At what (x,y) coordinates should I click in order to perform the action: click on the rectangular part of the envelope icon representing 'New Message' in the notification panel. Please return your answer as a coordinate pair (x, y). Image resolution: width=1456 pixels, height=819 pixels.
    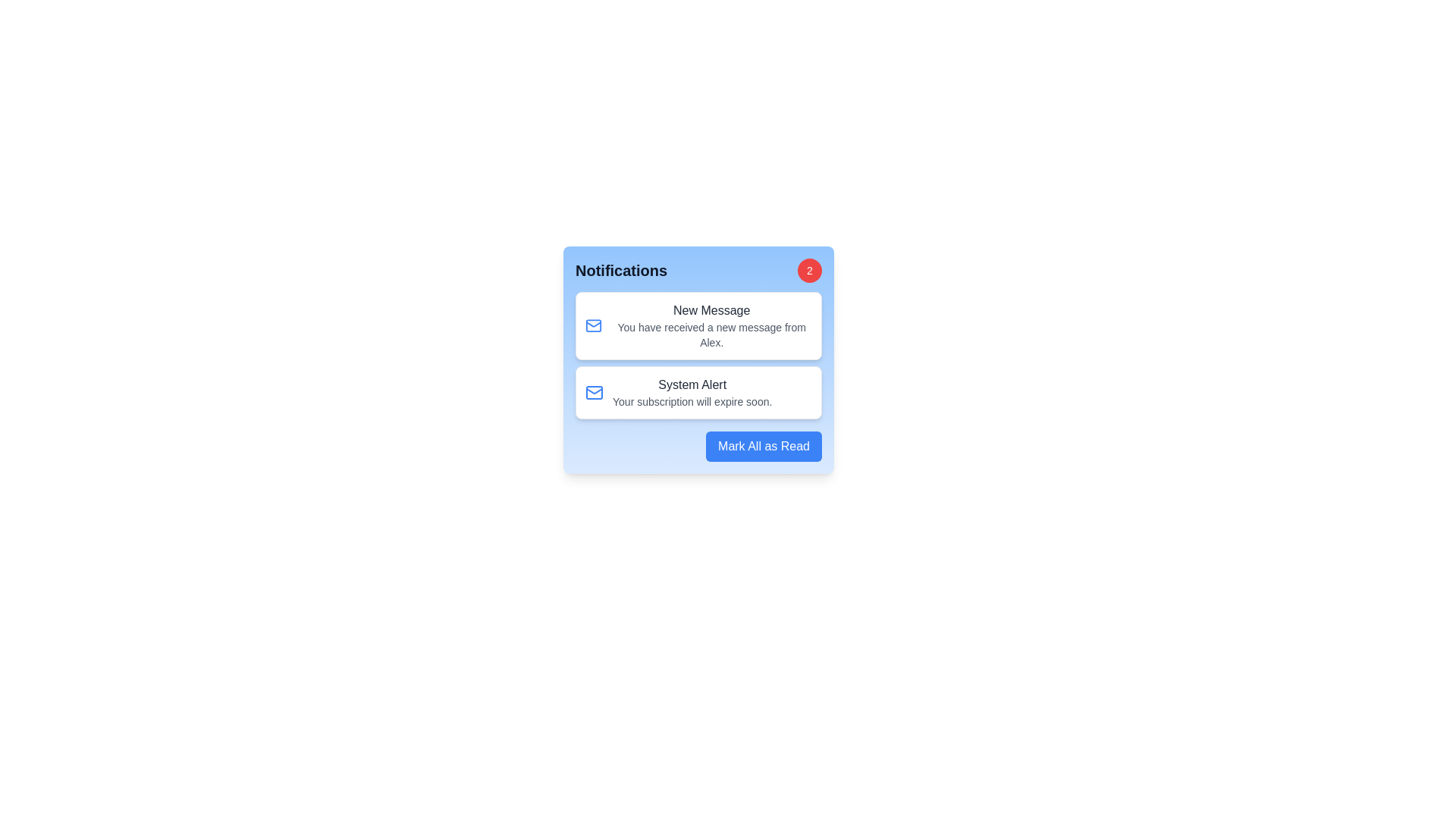
    Looking at the image, I should click on (593, 325).